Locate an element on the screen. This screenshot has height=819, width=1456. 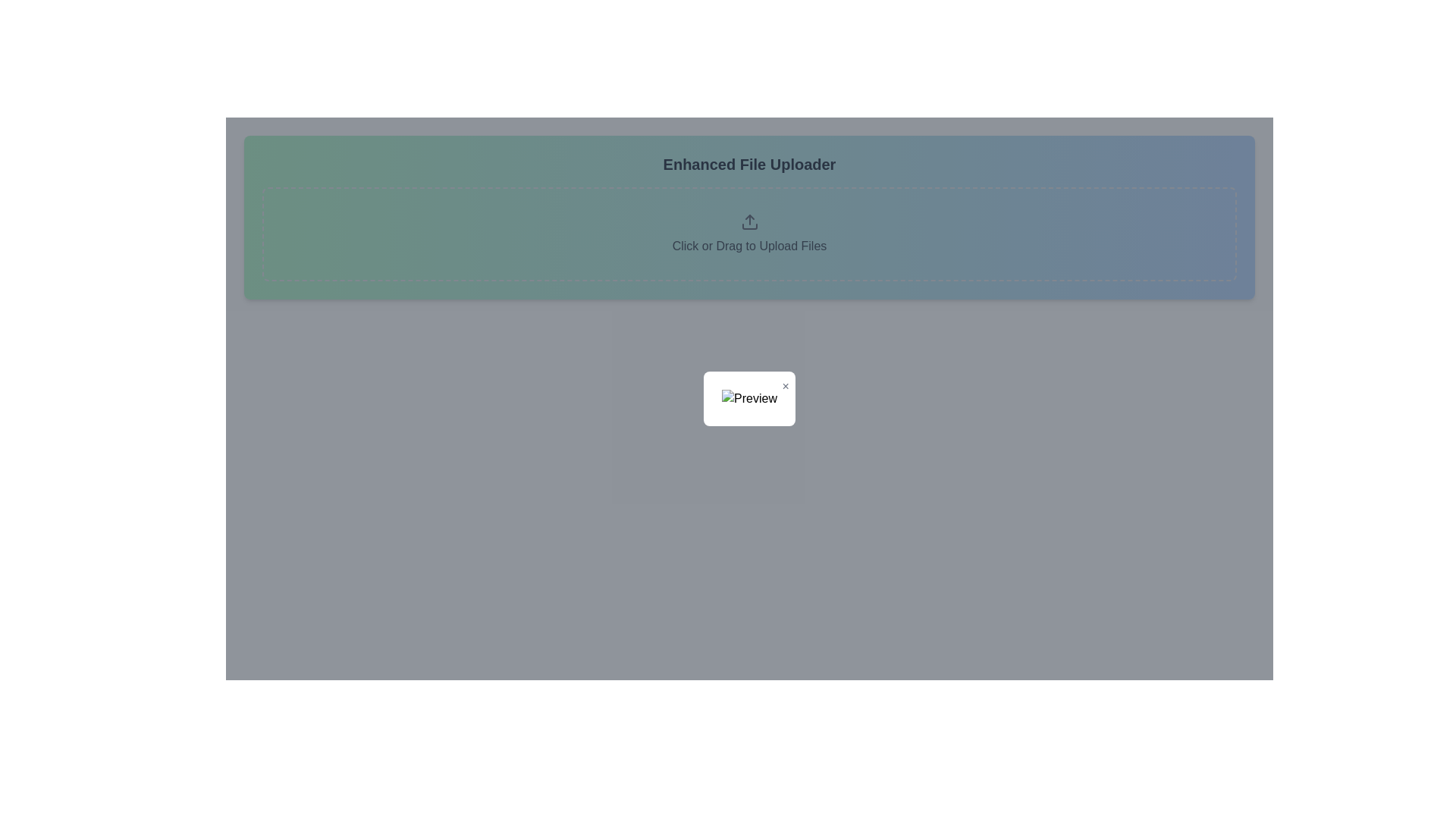
the gray horizontal line that forms the bottom section of the upload icon within the SVG structure is located at coordinates (749, 227).